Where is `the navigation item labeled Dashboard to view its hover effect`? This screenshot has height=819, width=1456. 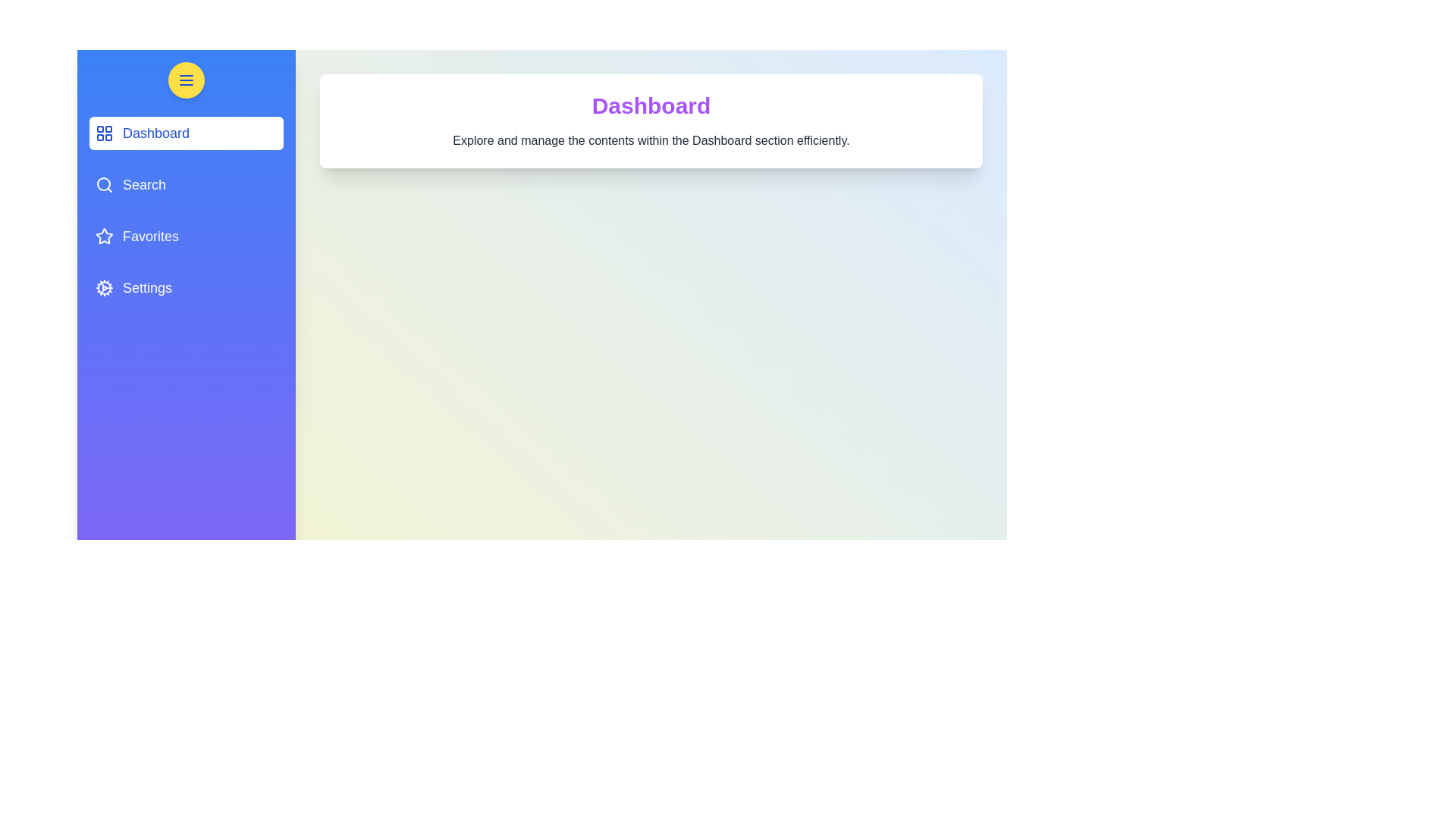
the navigation item labeled Dashboard to view its hover effect is located at coordinates (185, 133).